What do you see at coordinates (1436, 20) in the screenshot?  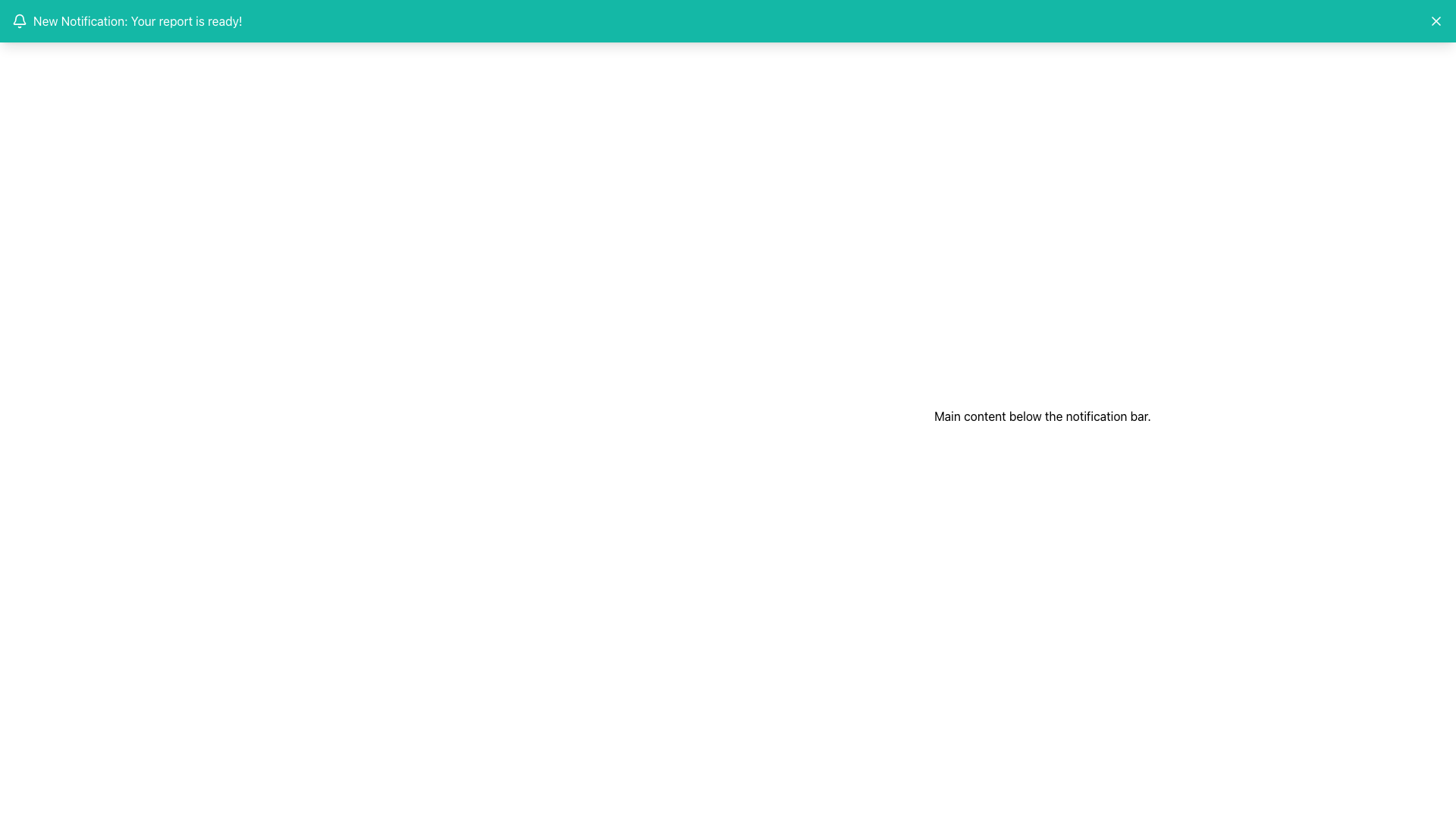 I see `the close button represented by an 'X' icon located at the far right corner of the teal notification bar` at bounding box center [1436, 20].